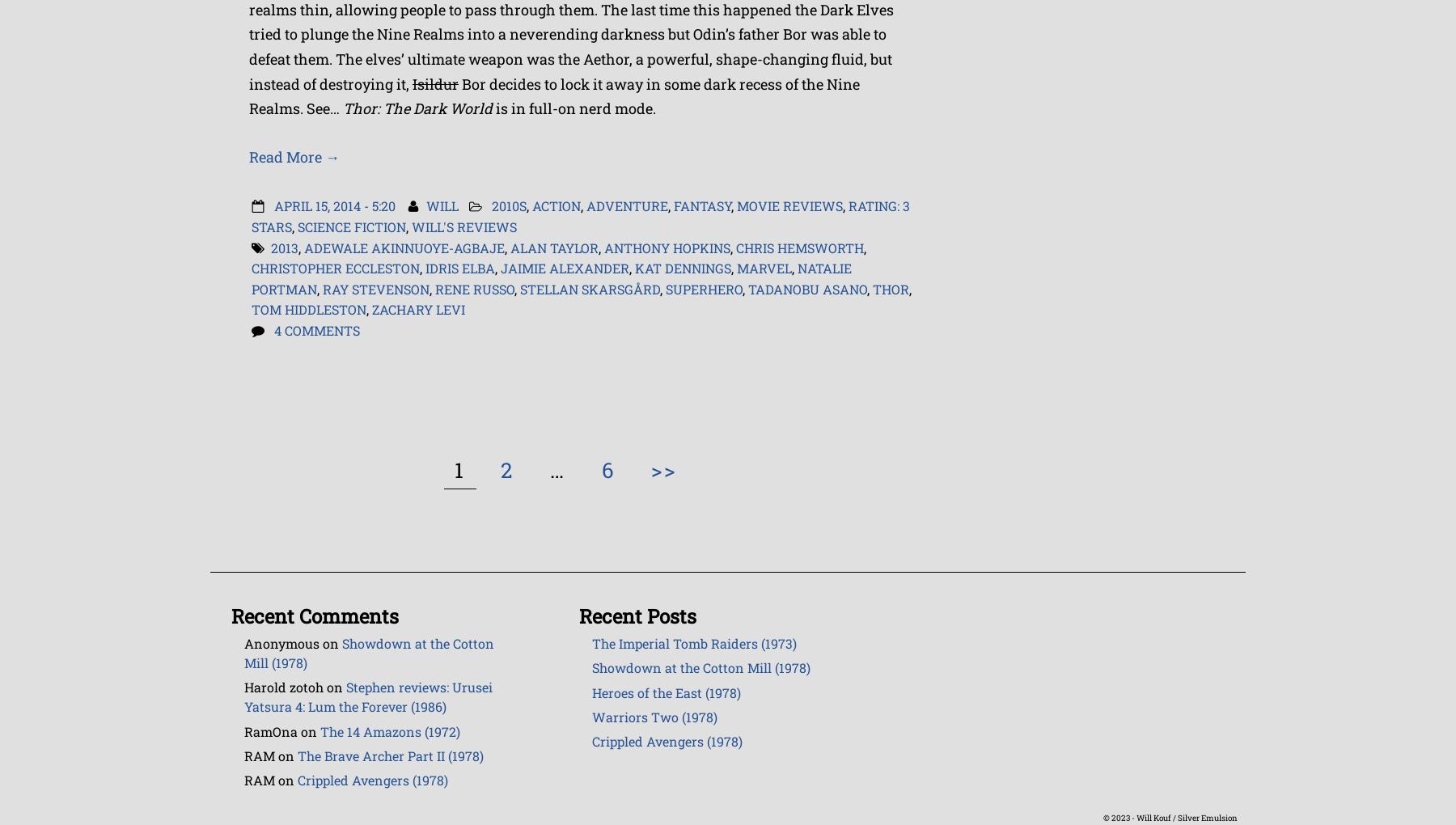  I want to click on 'Jaimie Alexander', so click(564, 268).